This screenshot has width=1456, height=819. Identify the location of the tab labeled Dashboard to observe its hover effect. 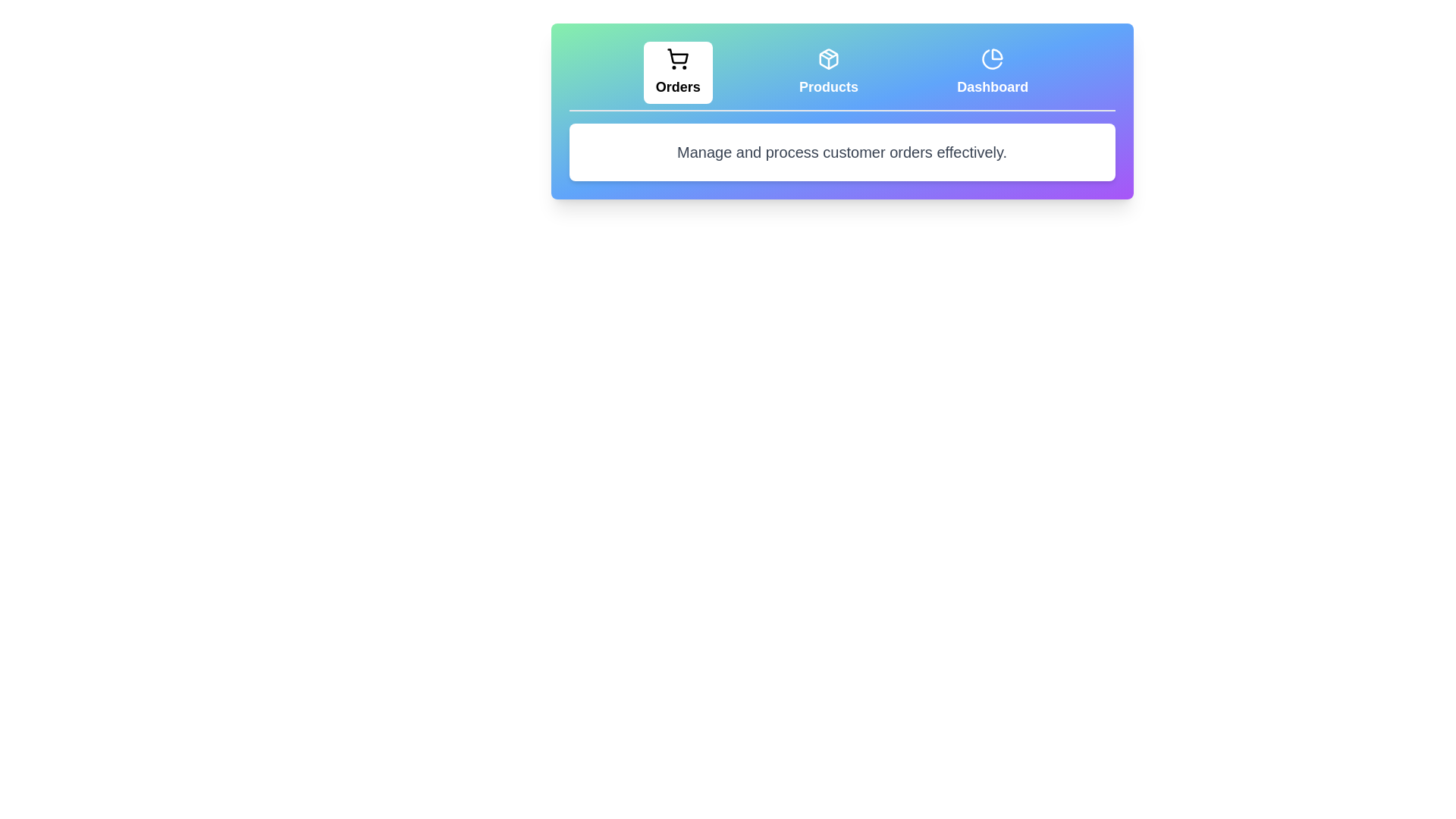
(993, 73).